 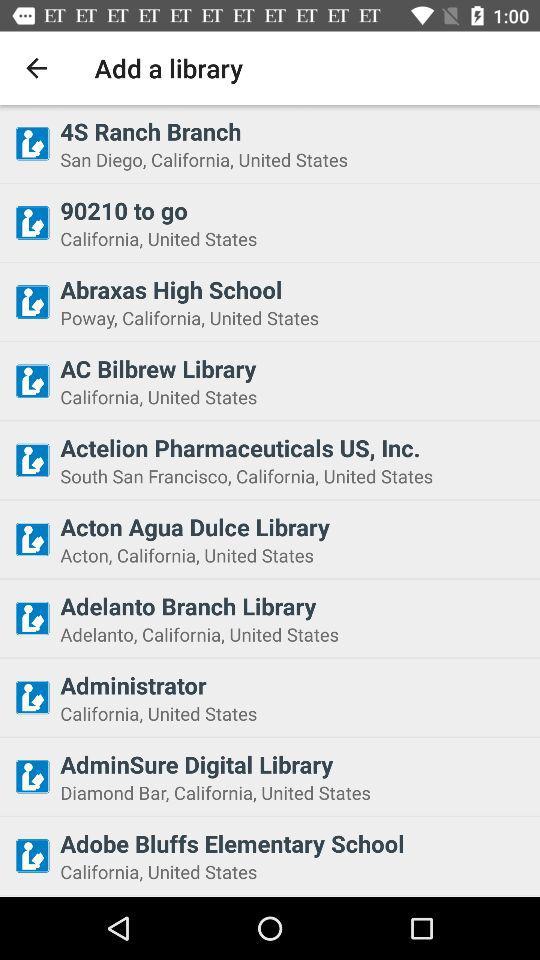 What do you see at coordinates (293, 130) in the screenshot?
I see `4s ranch branch icon` at bounding box center [293, 130].